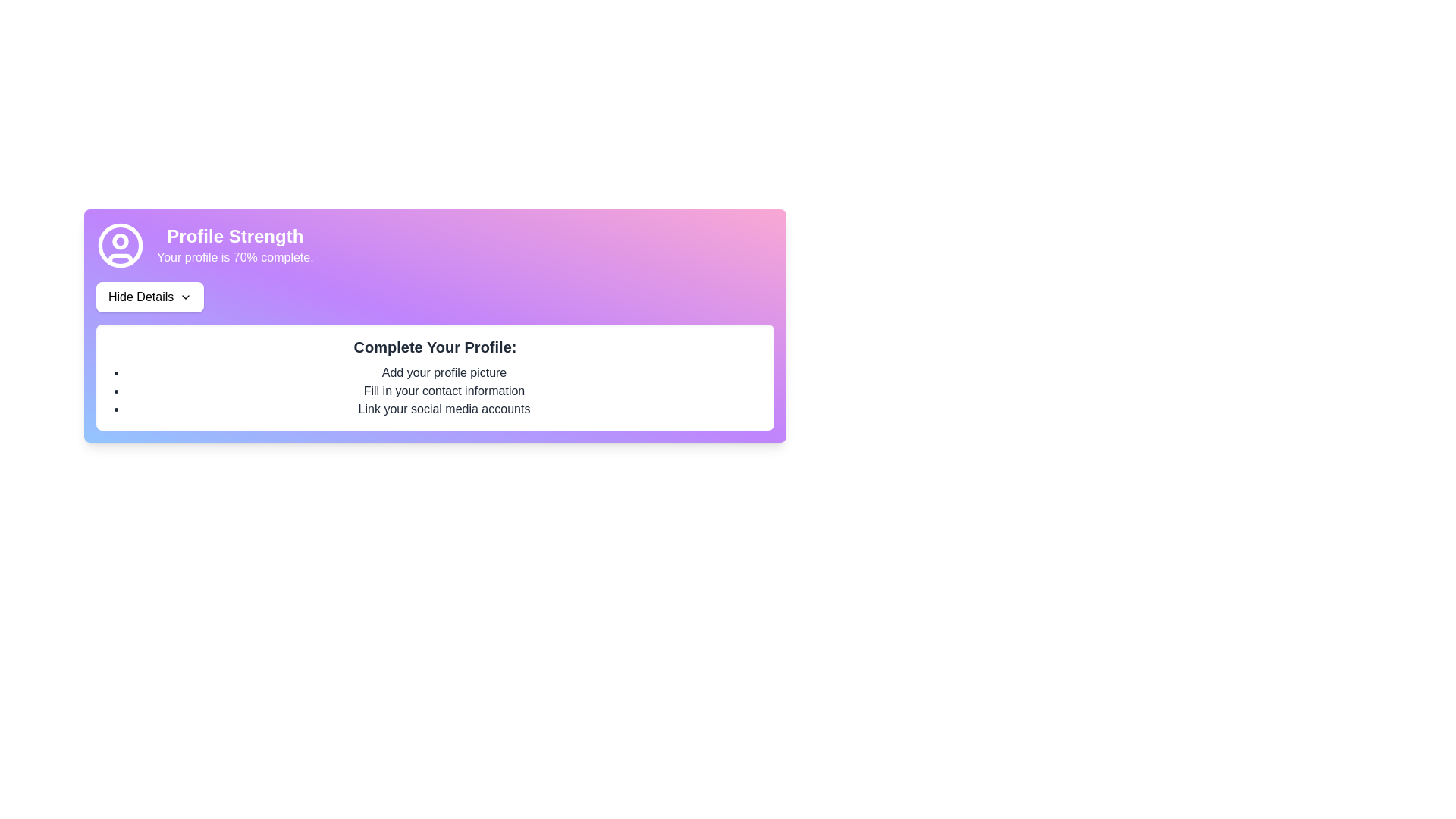 The image size is (1456, 819). What do you see at coordinates (150, 297) in the screenshot?
I see `the 'Hide Details' button, which is styled with black text on a white background and includes a downward arrow icon, located beneath 'Your profile is 70% complete.'` at bounding box center [150, 297].